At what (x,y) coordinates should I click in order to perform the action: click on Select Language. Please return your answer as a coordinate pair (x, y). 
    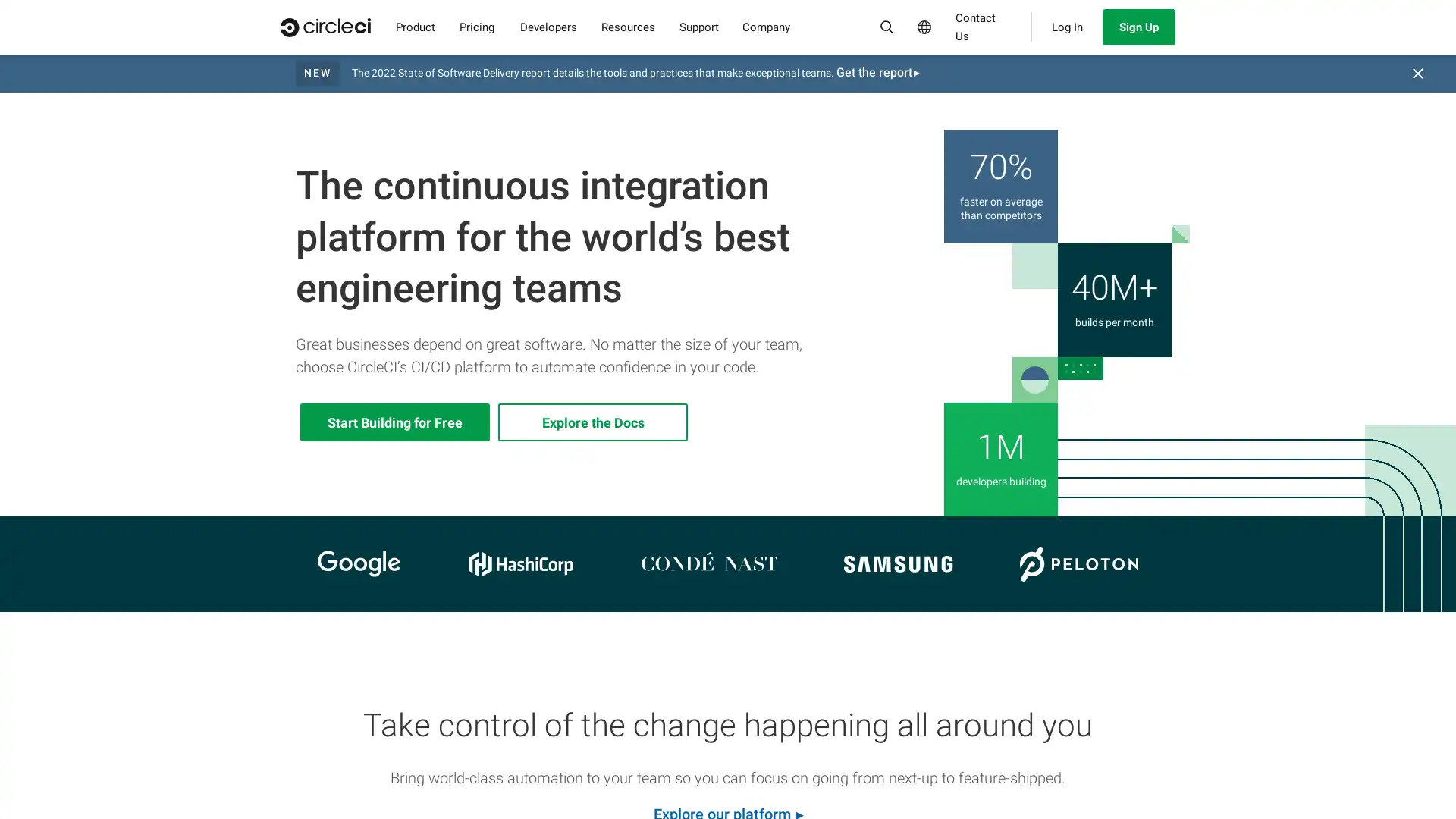
    Looking at the image, I should click on (924, 27).